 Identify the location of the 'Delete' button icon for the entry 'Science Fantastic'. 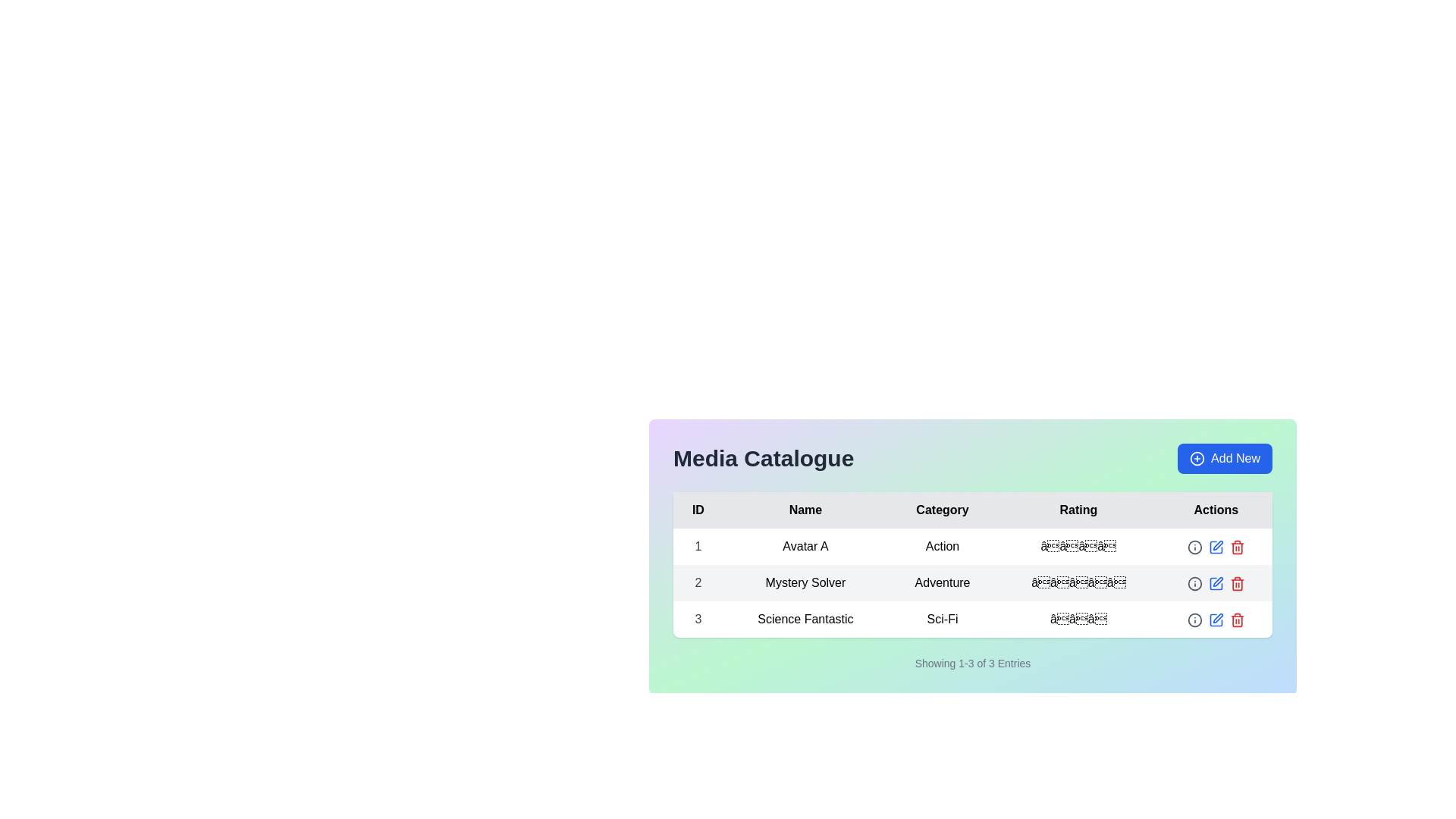
(1237, 620).